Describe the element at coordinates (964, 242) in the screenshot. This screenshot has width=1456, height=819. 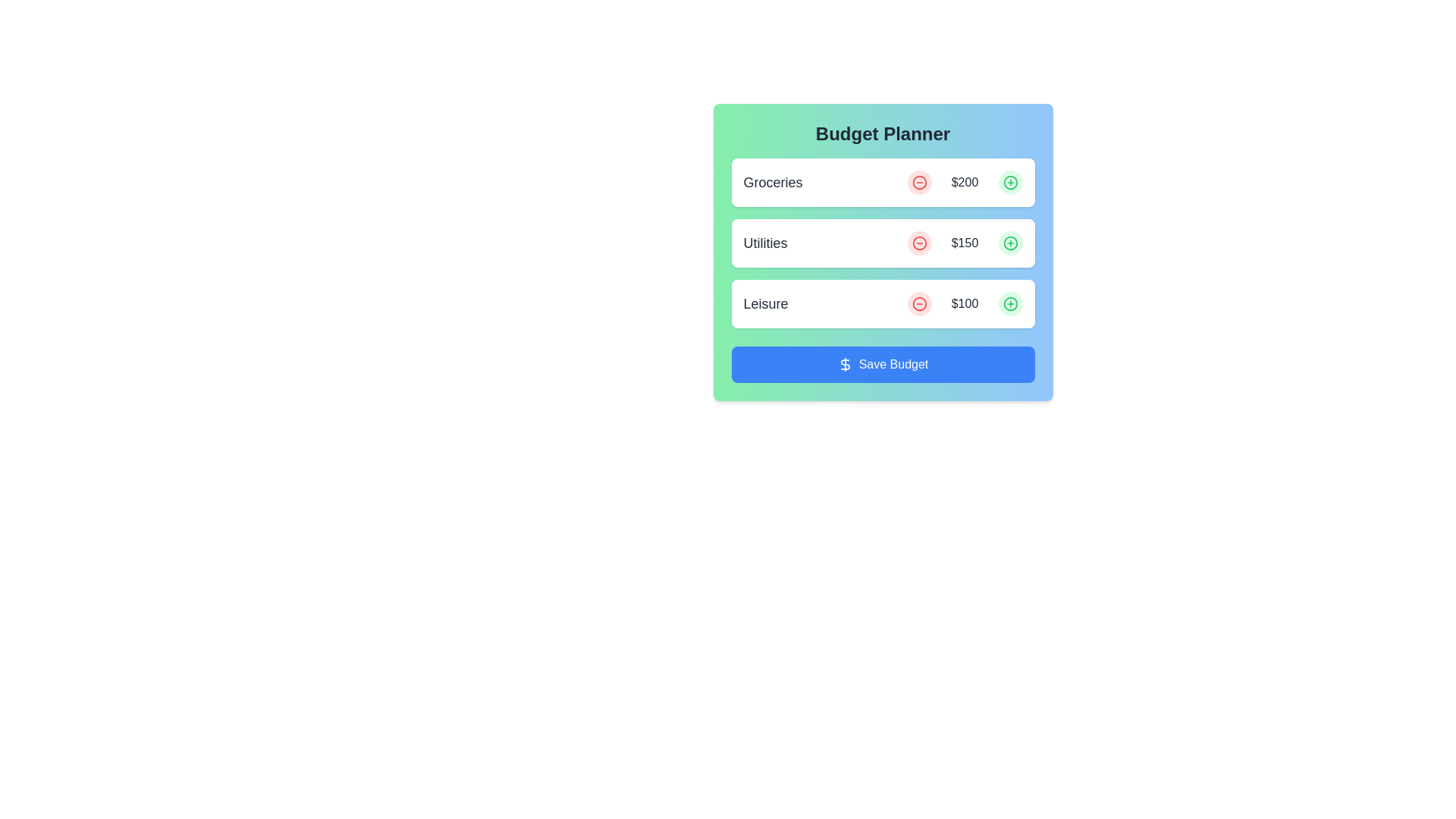
I see `the text label displaying the monetary value of "$150", which is located in the second row of the list layout under the "Budget Planner" heading, positioned between a red circular button and a green circular button` at that location.